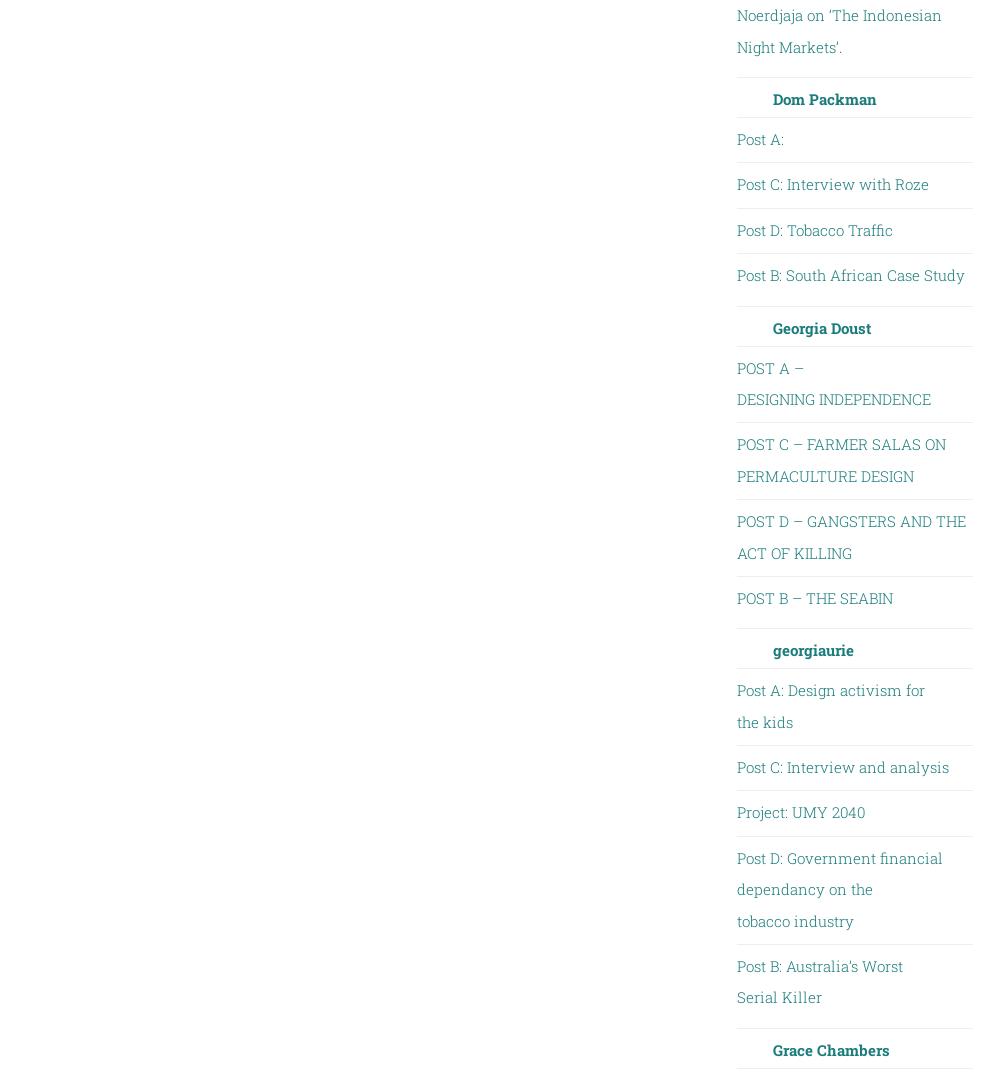 This screenshot has width=1000, height=1078. I want to click on 'Post D:  Government financial dependancy on the tobacco industry', so click(735, 888).